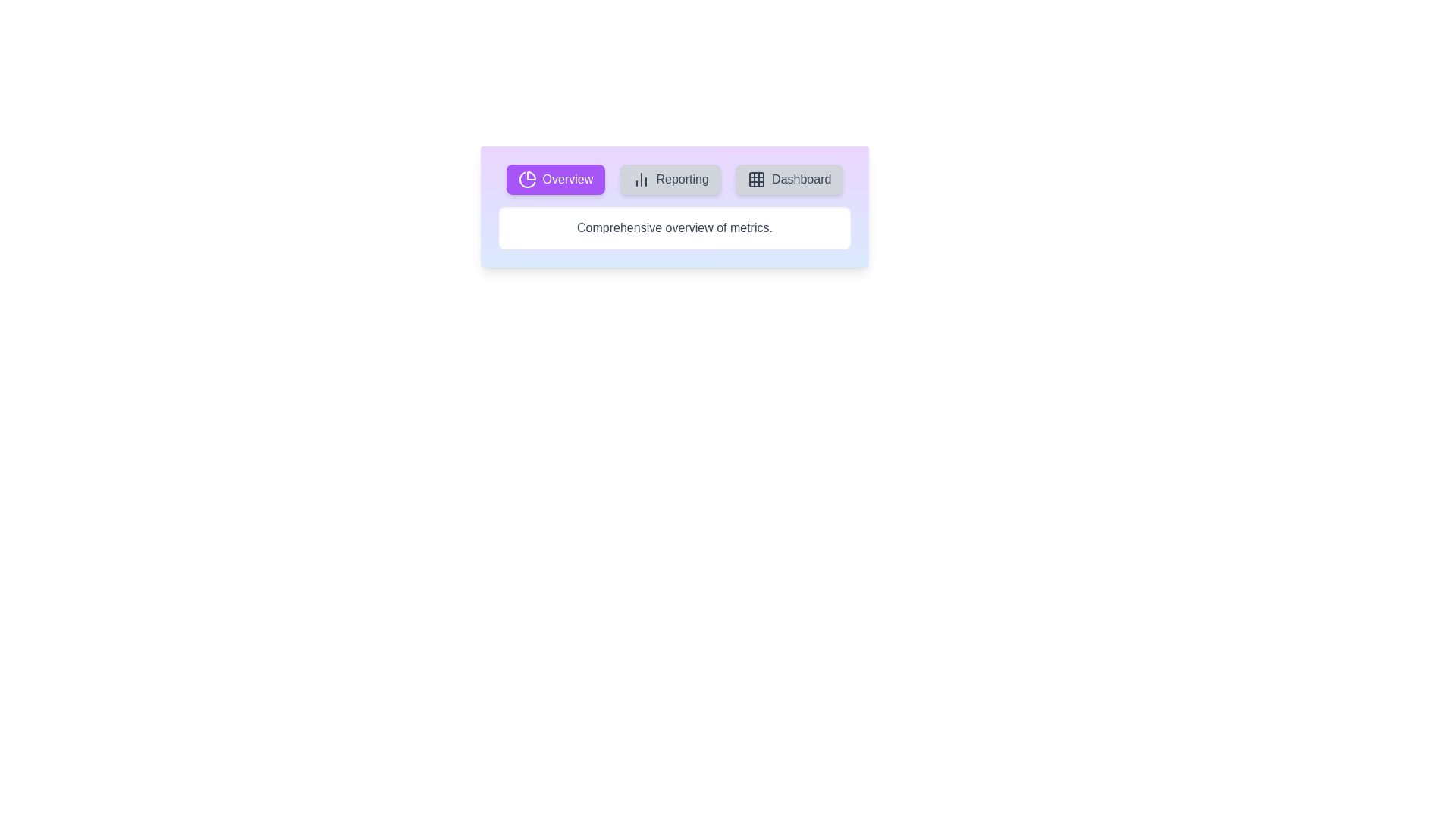 The image size is (1456, 819). I want to click on the tab button containing the icon for Overview, so click(554, 178).